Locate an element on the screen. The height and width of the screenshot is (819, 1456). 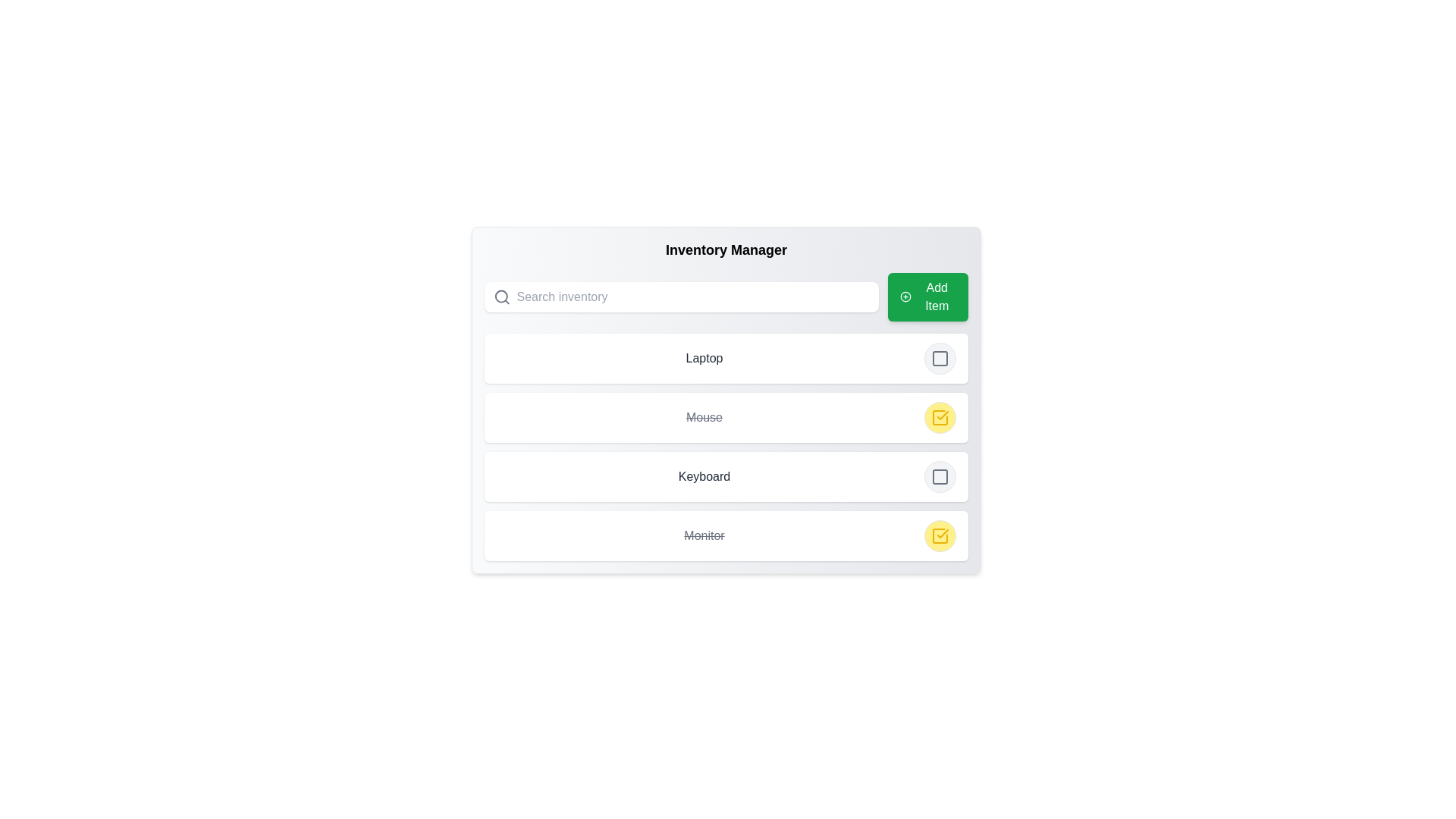
the 'Add' icon within the 'Add Item' button is located at coordinates (905, 297).